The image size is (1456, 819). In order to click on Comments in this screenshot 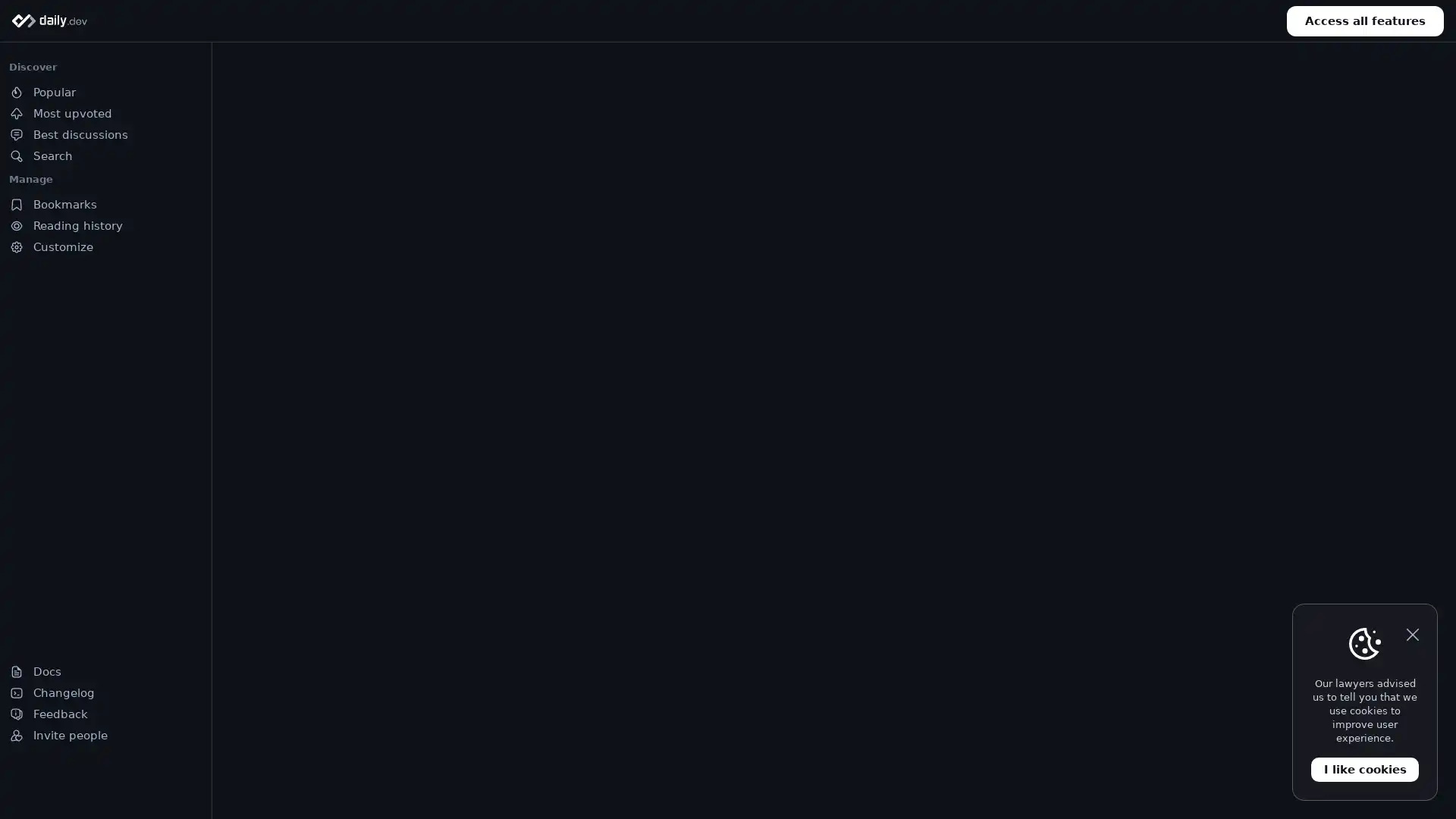, I will do `click(967, 424)`.